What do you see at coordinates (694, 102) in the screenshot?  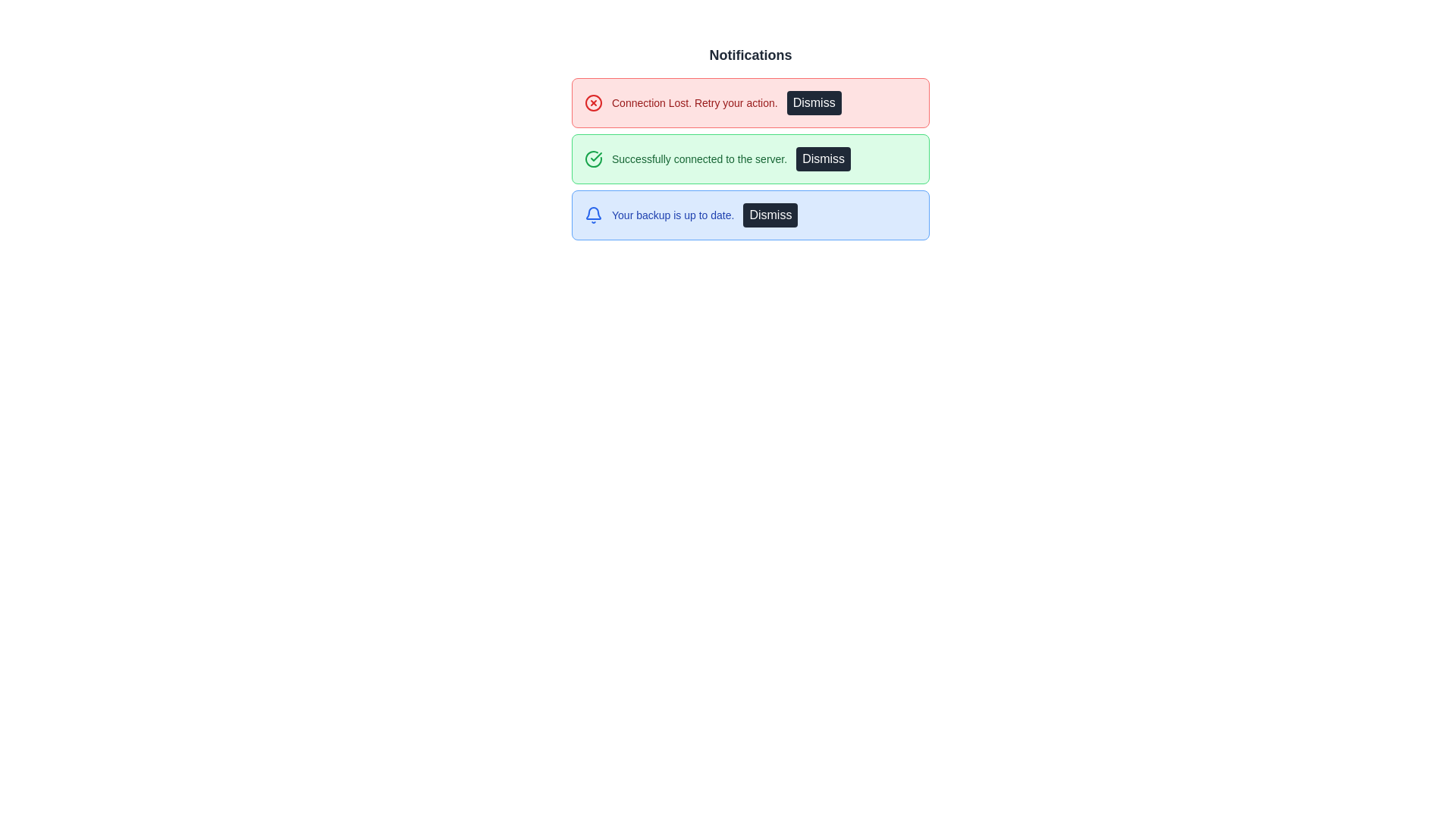 I see `the error message text displaying a lost connection notification, which is located in the first notification box, next to a red cross icon and before the 'Dismiss' button` at bounding box center [694, 102].